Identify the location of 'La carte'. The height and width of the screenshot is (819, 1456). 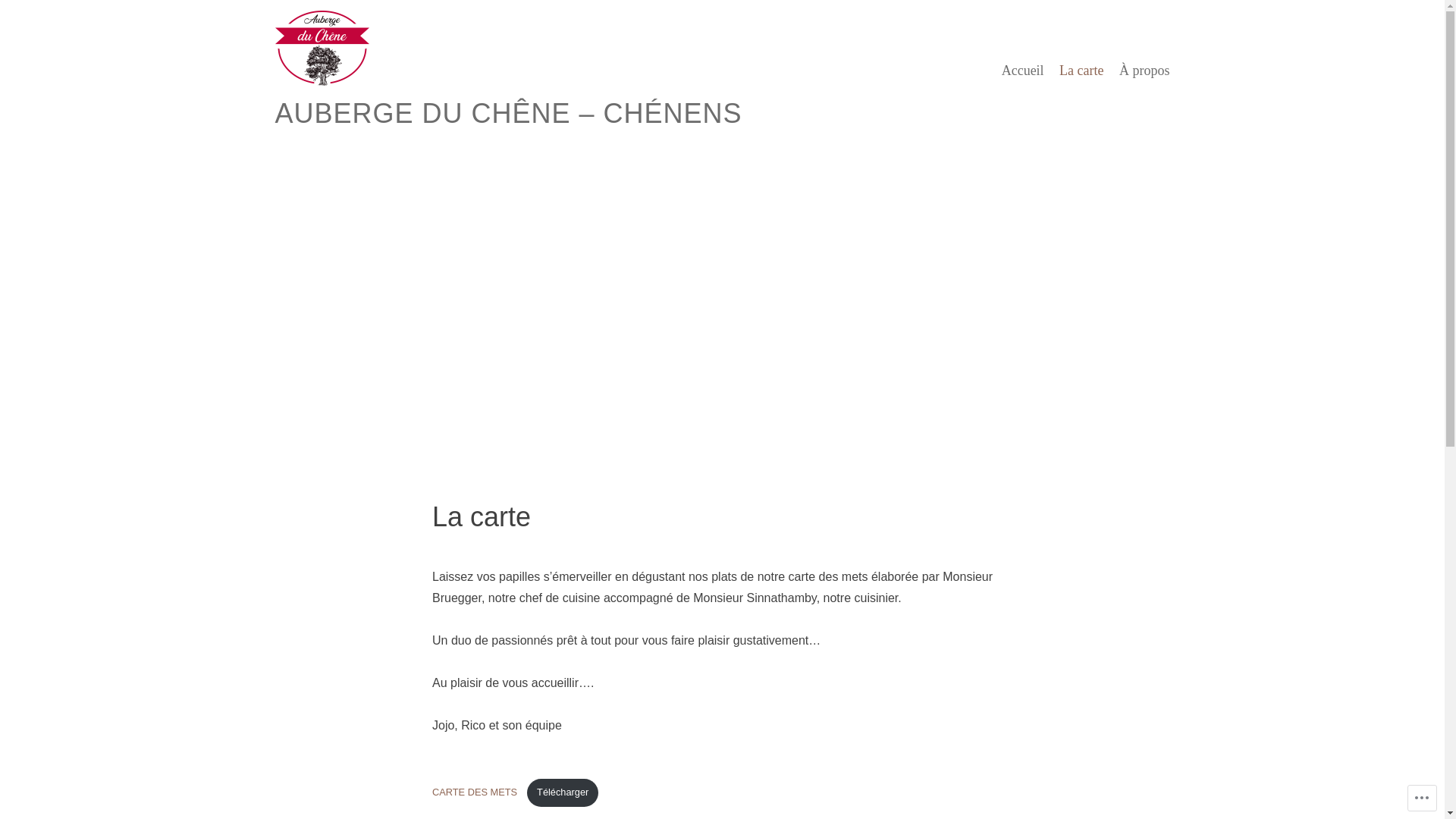
(1058, 70).